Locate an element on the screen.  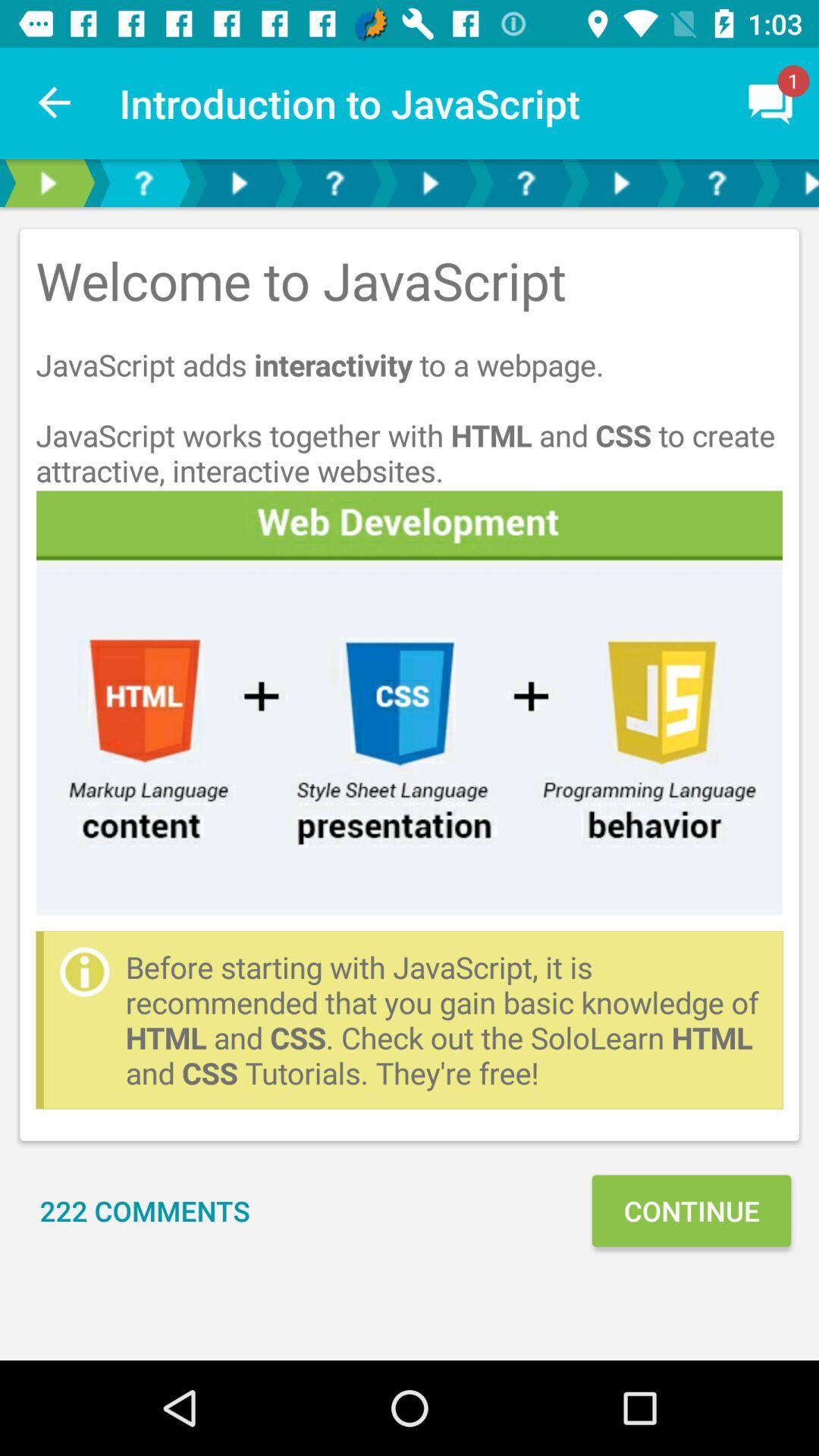
the item below the welcome to javascript item is located at coordinates (409, 701).